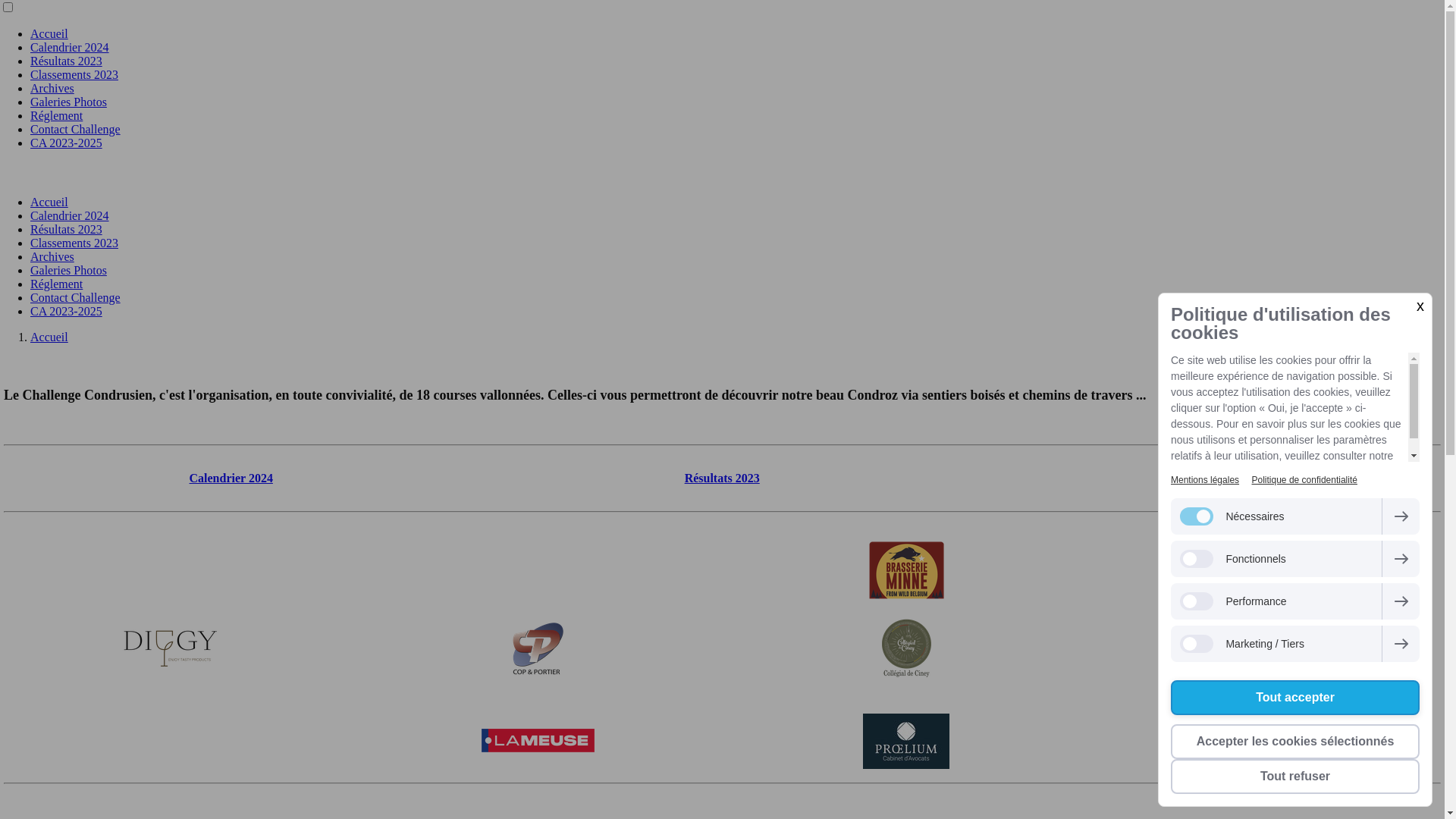  What do you see at coordinates (30, 256) in the screenshot?
I see `'Archives'` at bounding box center [30, 256].